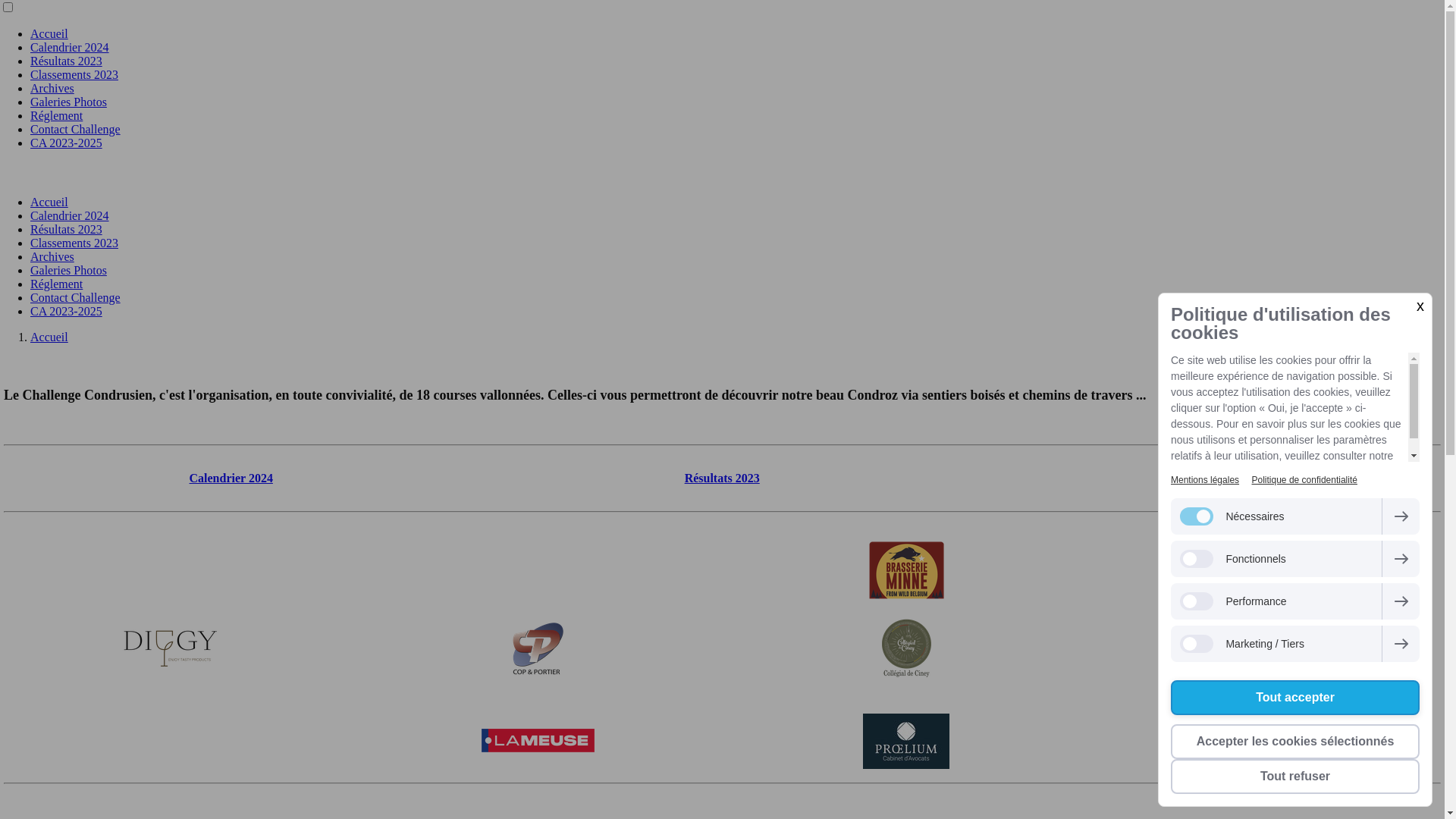  What do you see at coordinates (30, 256) in the screenshot?
I see `'Archives'` at bounding box center [30, 256].